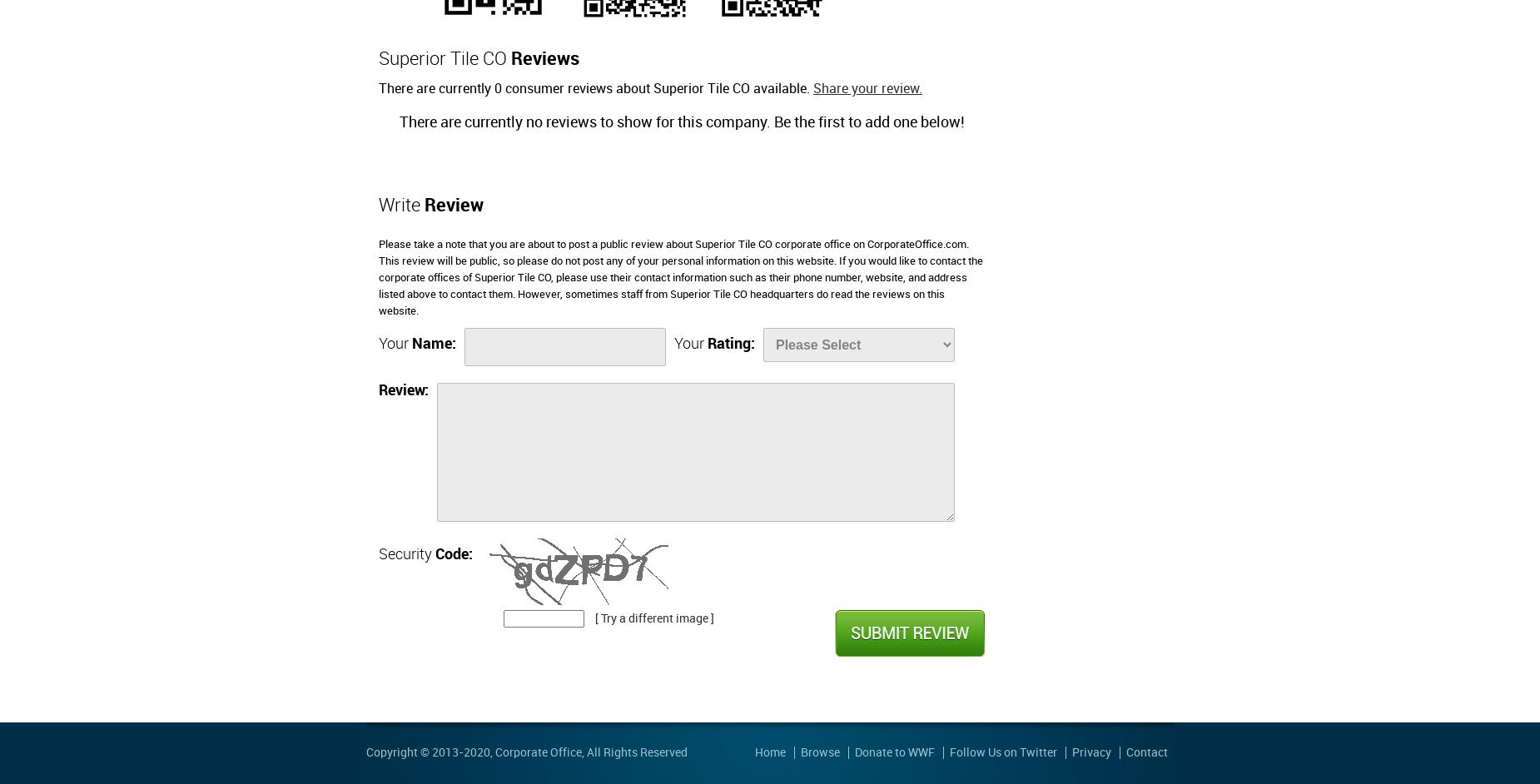 The height and width of the screenshot is (784, 1540). I want to click on 'There are currently no reviews to show for this company. Be the first to add one below!', so click(681, 122).